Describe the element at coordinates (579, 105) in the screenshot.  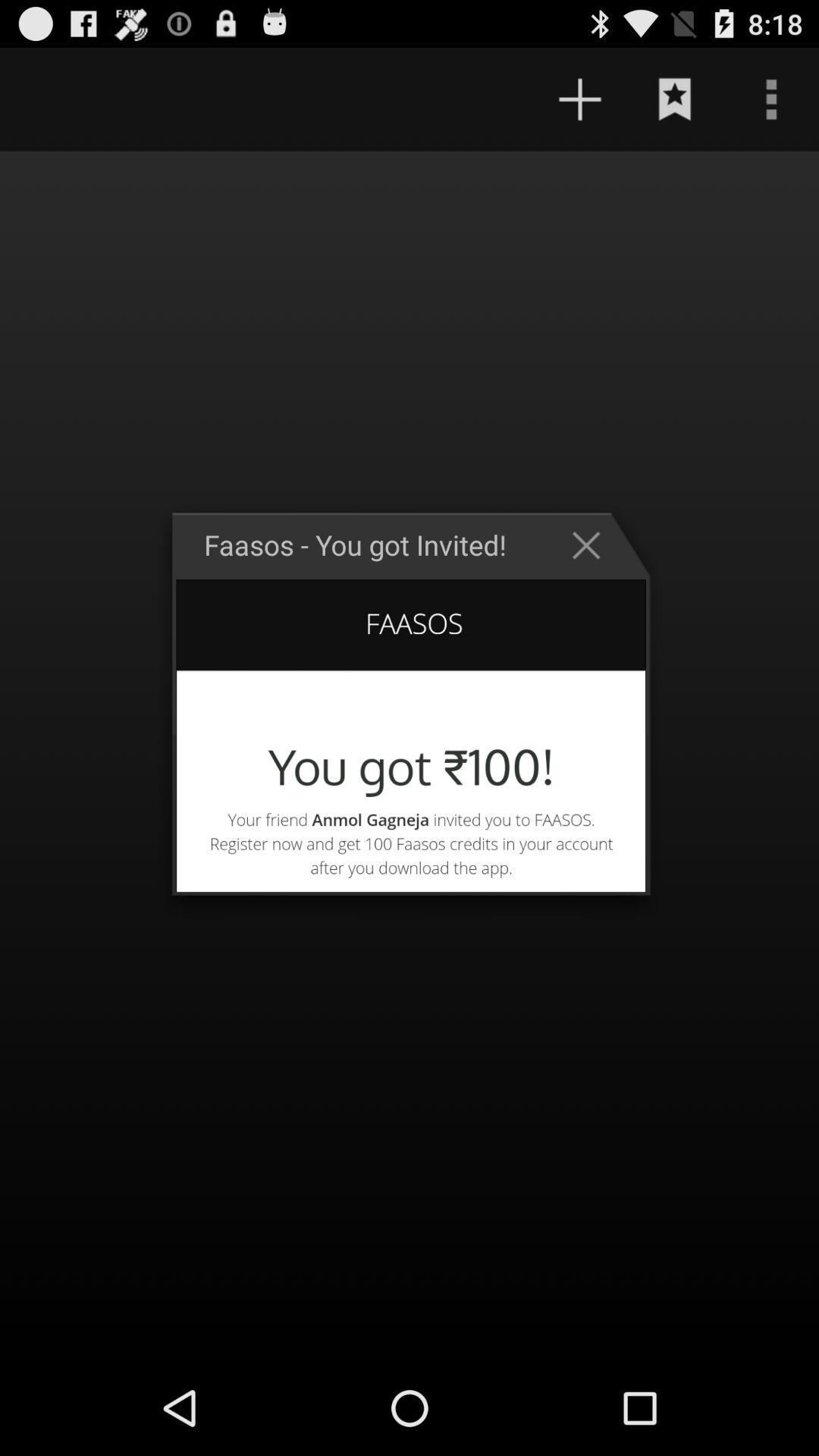
I see `the add icon` at that location.